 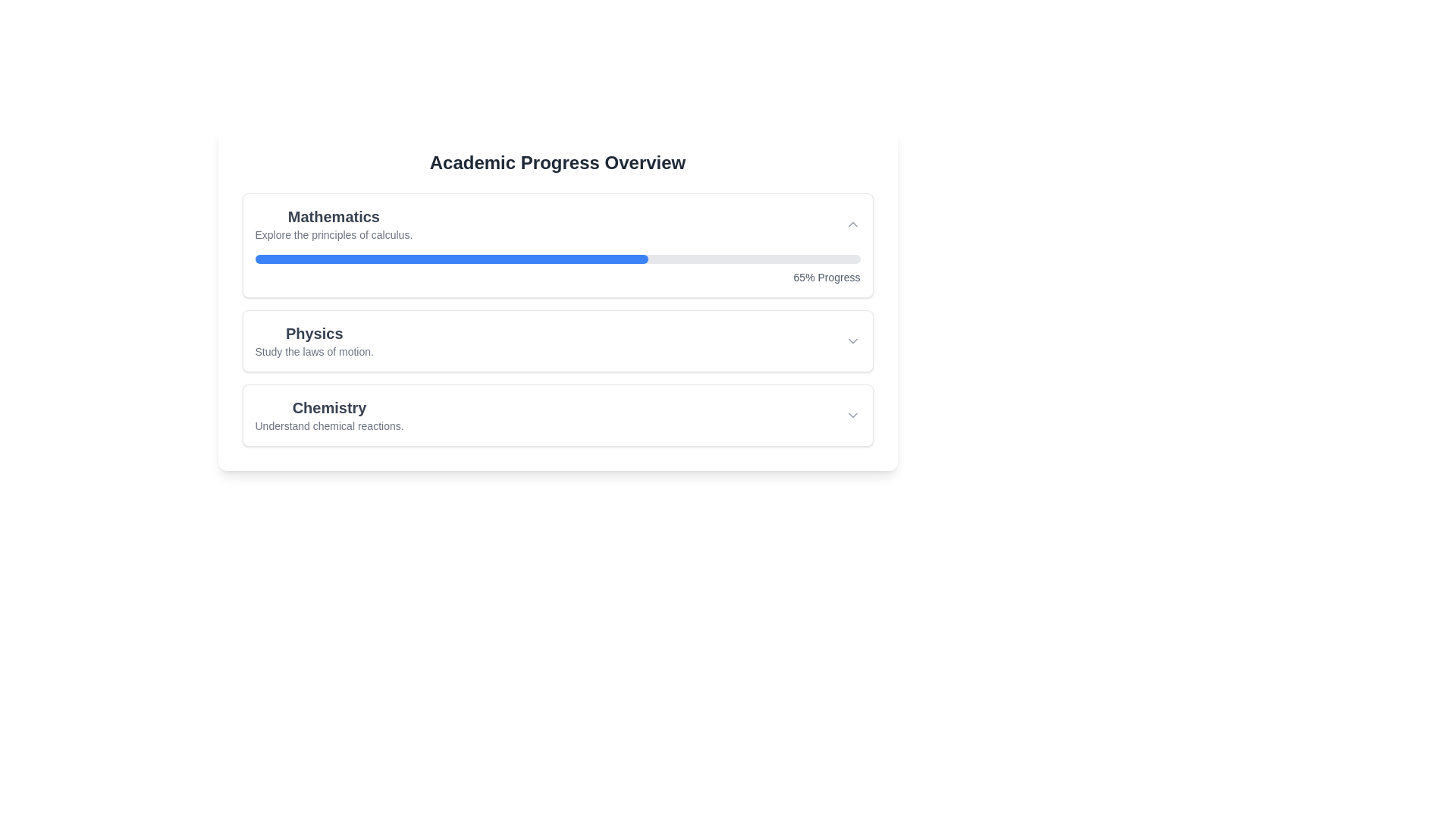 What do you see at coordinates (313, 351) in the screenshot?
I see `the text label that says "Study the laws of motion." located under the title "Physics"` at bounding box center [313, 351].